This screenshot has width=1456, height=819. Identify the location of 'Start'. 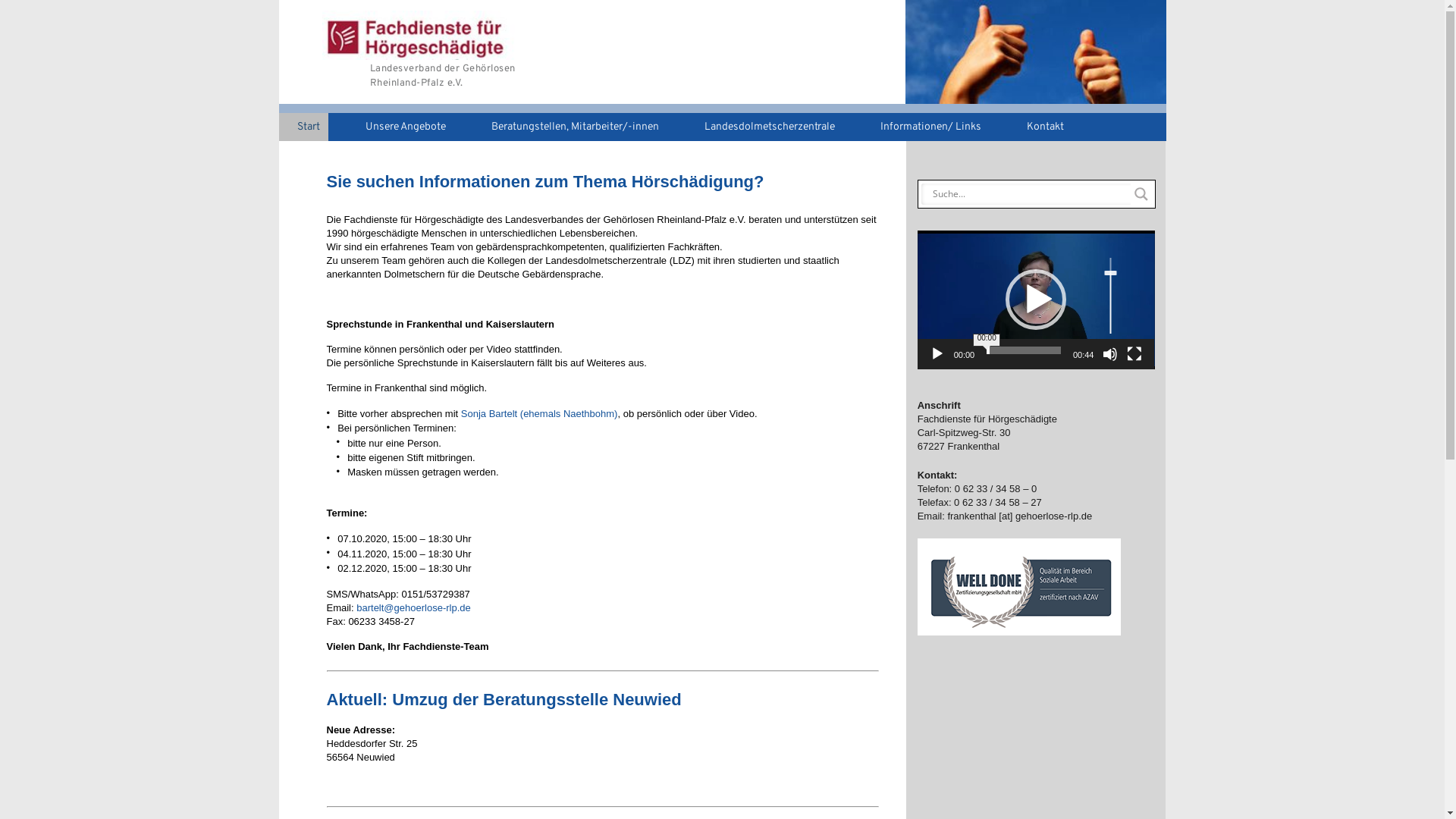
(279, 126).